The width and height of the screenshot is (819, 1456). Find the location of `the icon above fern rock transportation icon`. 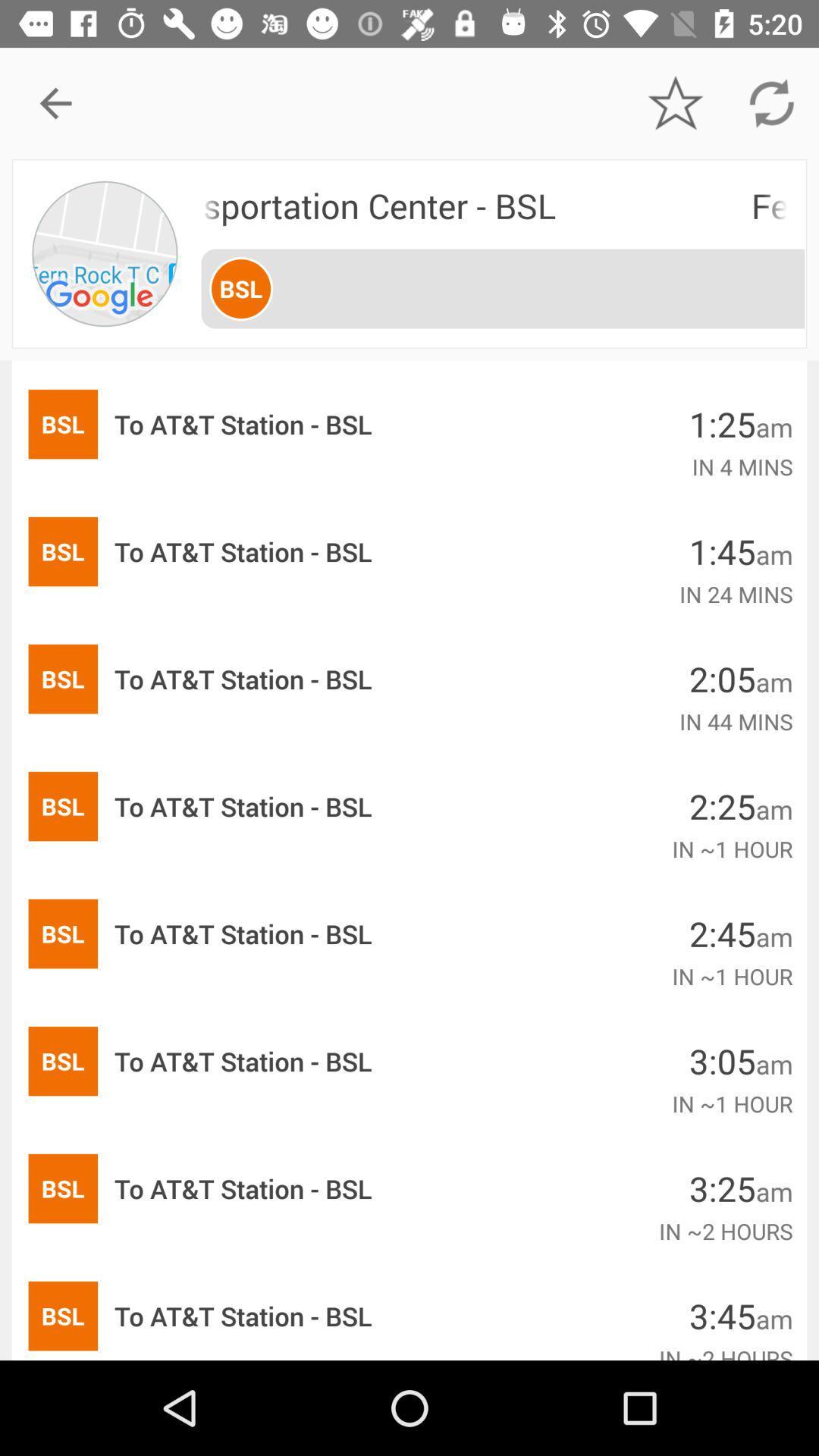

the icon above fern rock transportation icon is located at coordinates (771, 102).